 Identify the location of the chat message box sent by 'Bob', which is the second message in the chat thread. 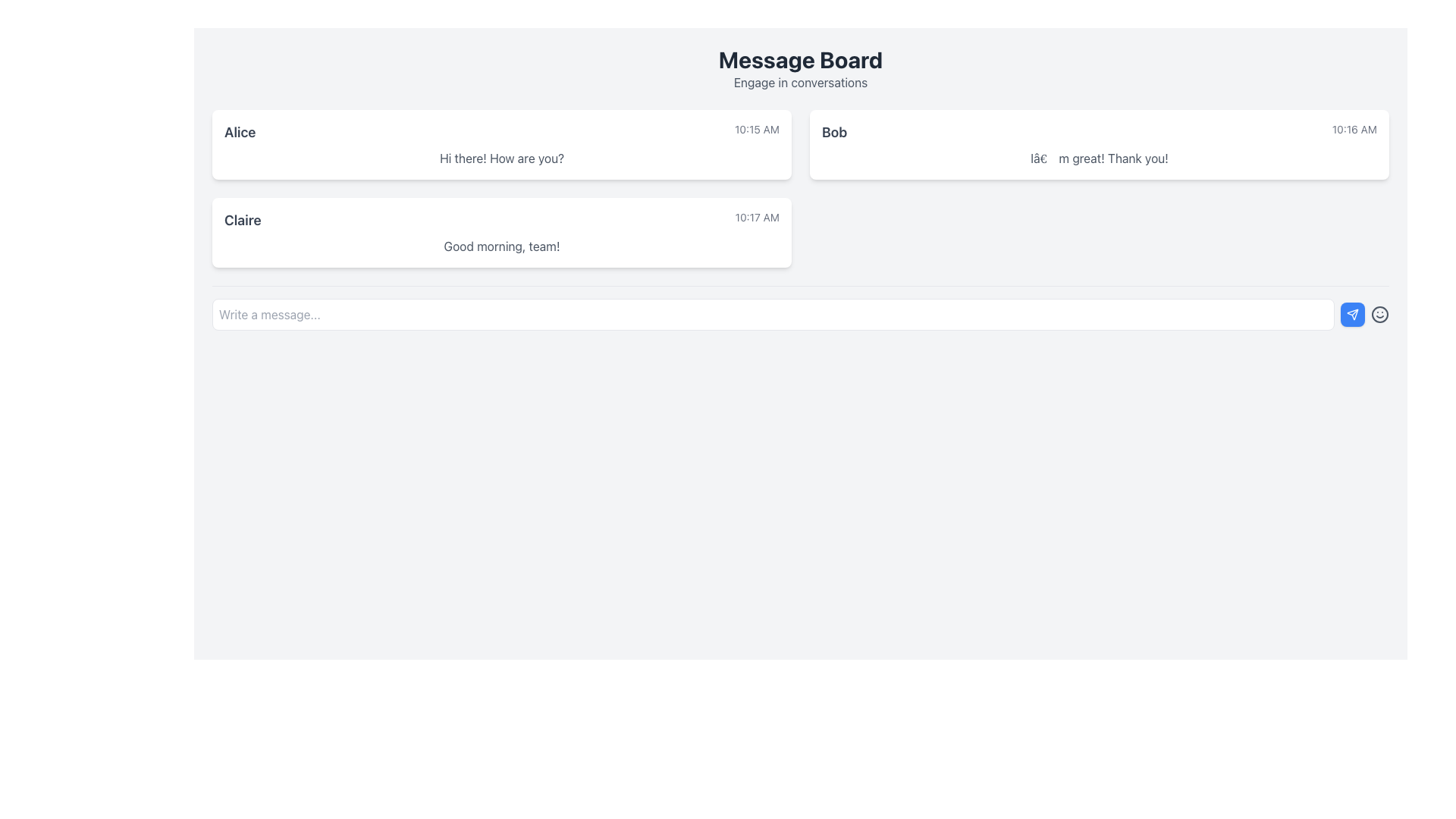
(1099, 145).